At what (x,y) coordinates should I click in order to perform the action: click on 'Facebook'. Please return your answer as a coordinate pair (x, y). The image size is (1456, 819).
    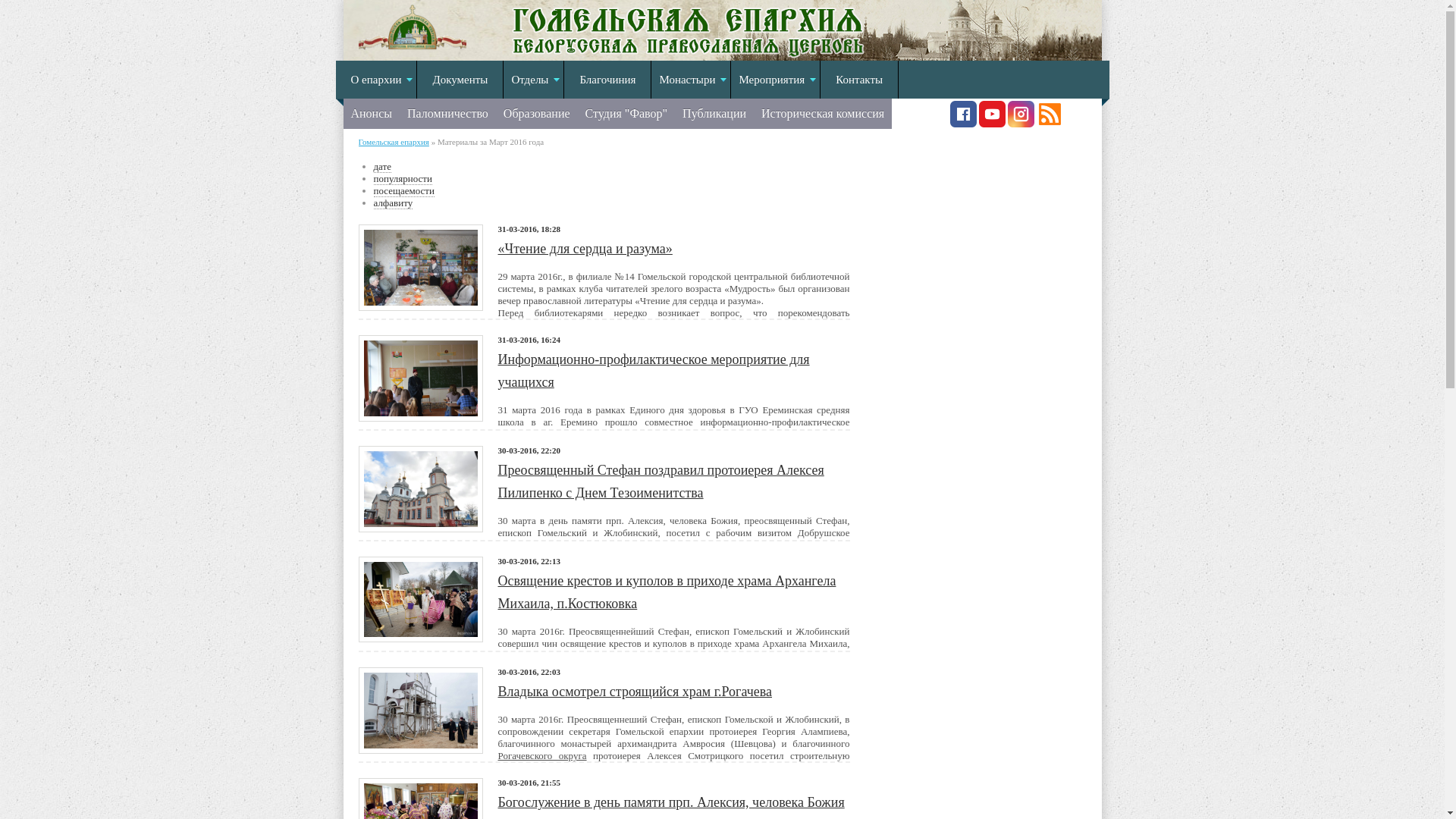
    Looking at the image, I should click on (962, 123).